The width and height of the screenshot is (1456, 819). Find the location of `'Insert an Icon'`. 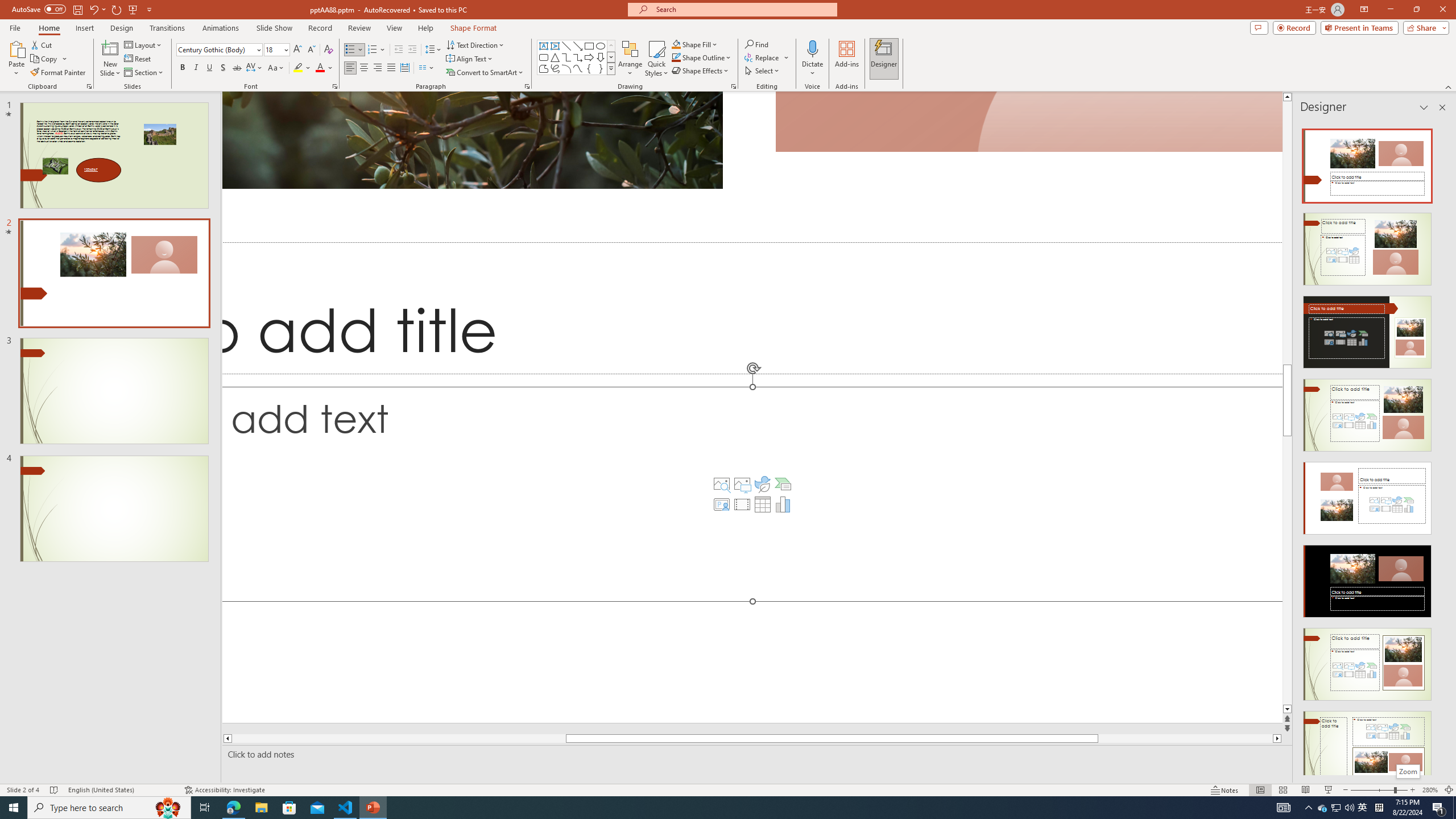

'Insert an Icon' is located at coordinates (763, 483).